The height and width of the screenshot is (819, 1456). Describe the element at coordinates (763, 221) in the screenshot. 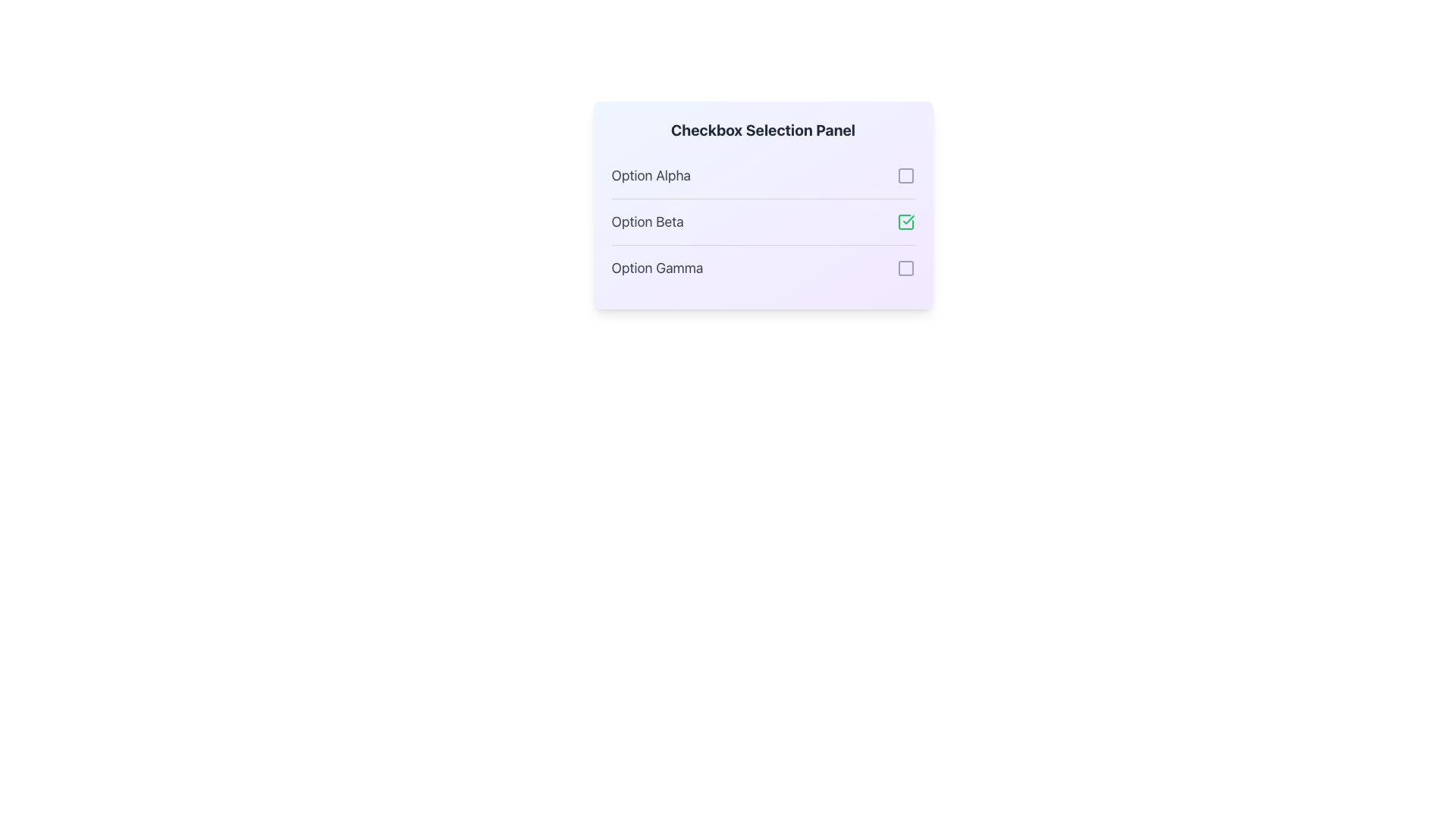

I see `the checkbox in the second row of the 'Checkbox Selection Panel'` at that location.